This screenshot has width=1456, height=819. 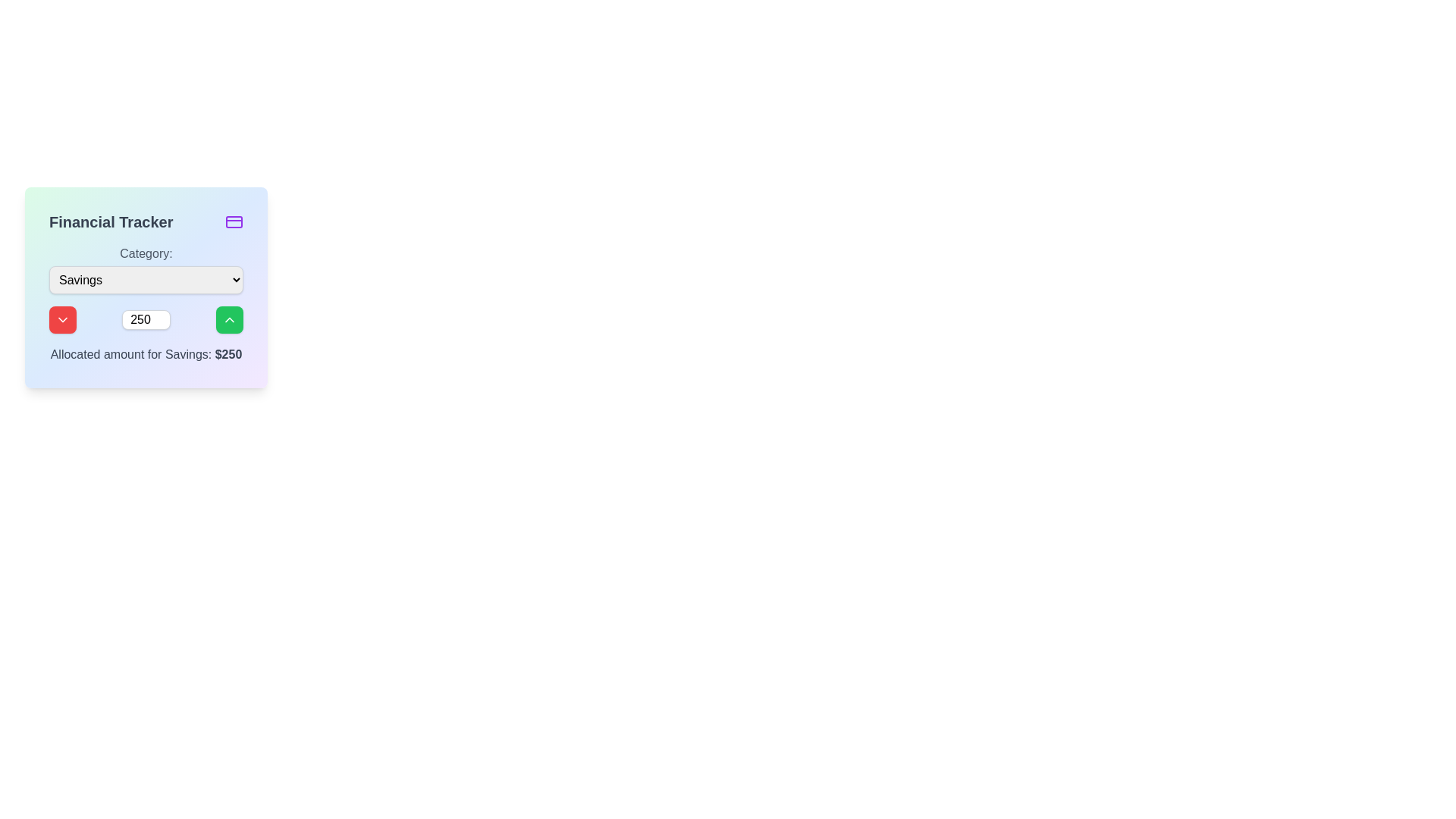 I want to click on the 'Savings' dropdown menu, which has a gray border and light background, so click(x=146, y=280).